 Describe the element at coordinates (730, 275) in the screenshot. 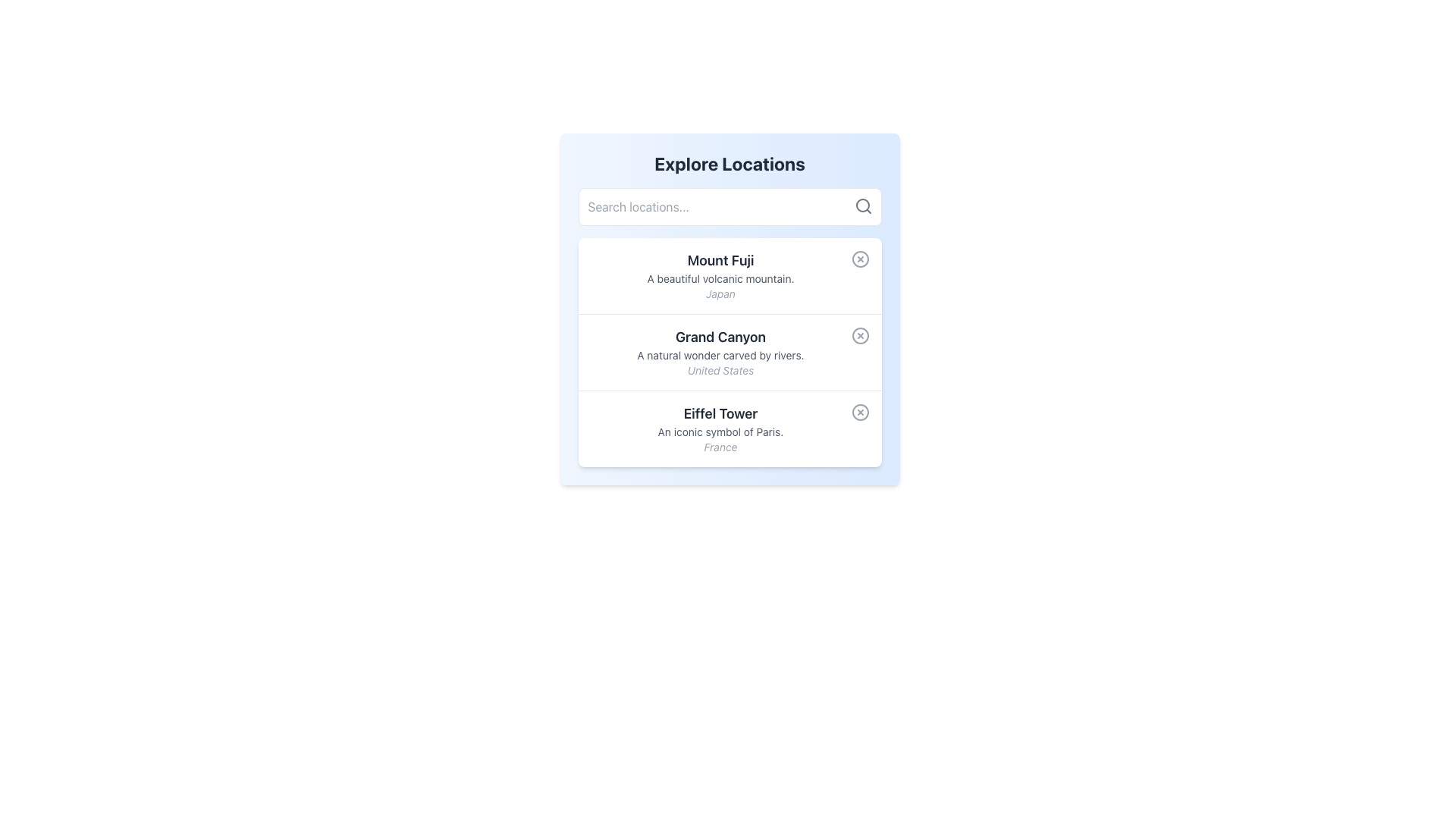

I see `the first list item block under the header 'Explore Locations'` at that location.